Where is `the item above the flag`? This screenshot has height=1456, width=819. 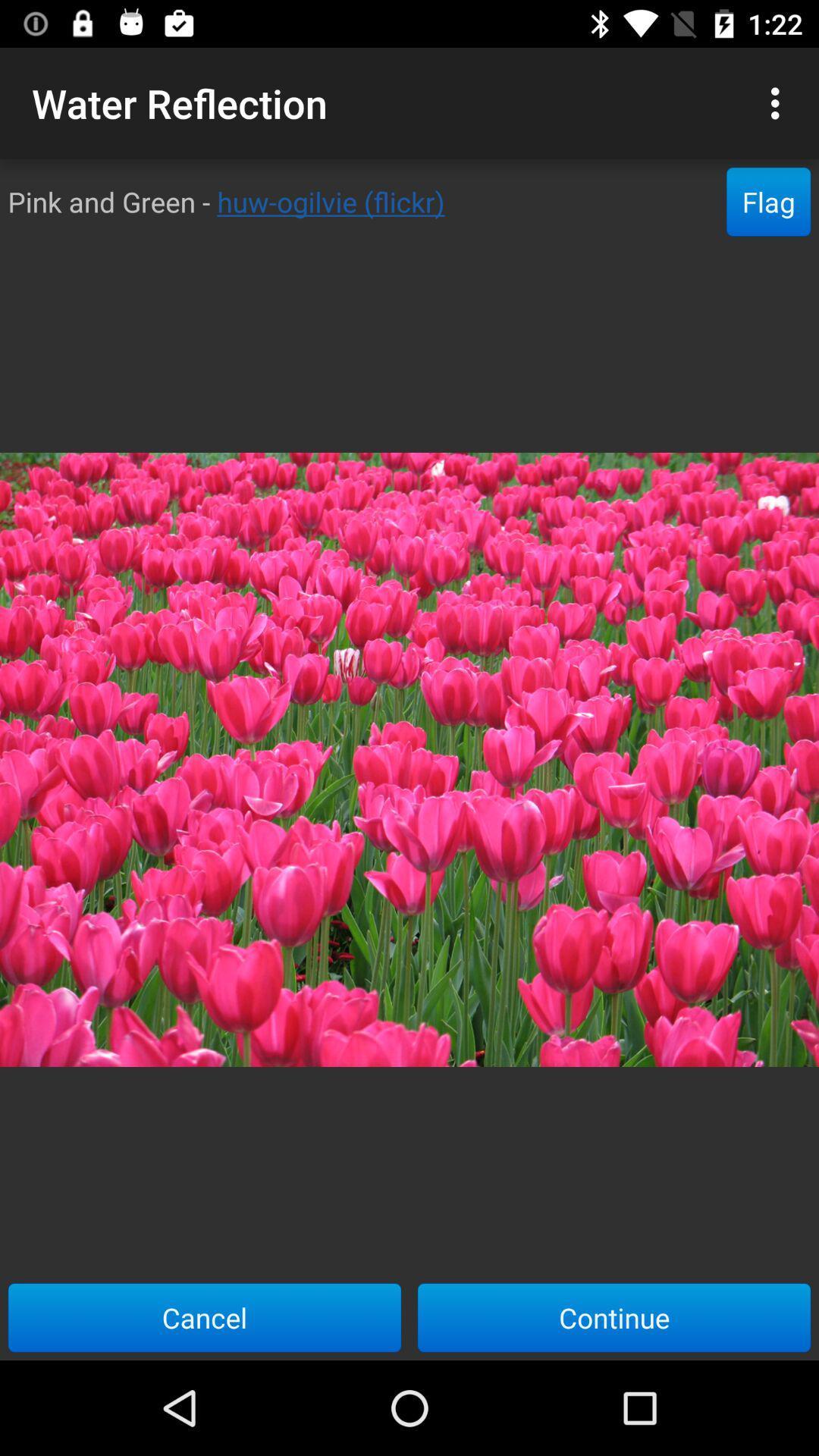
the item above the flag is located at coordinates (779, 102).